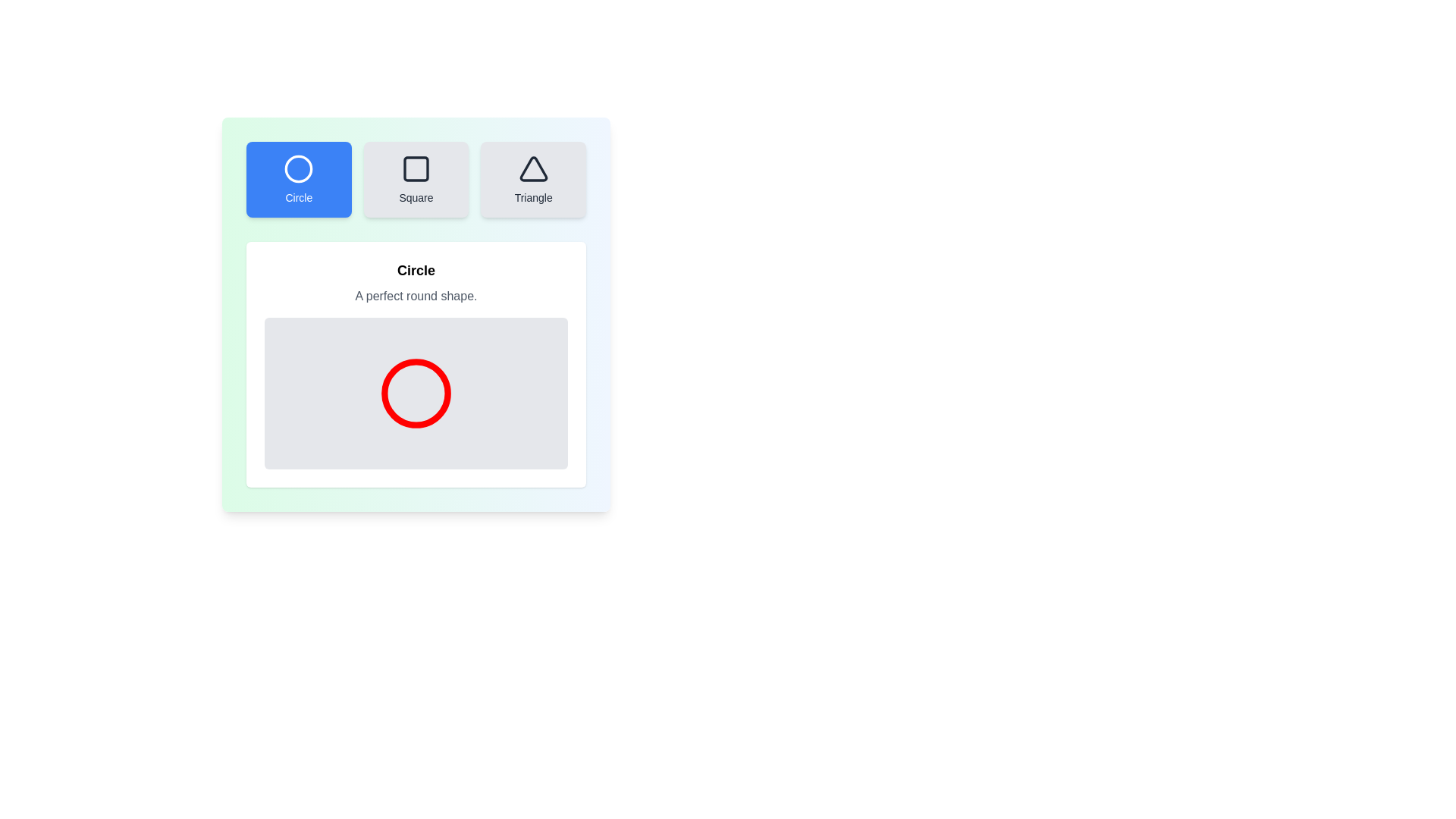 The image size is (1456, 819). Describe the element at coordinates (298, 178) in the screenshot. I see `the button corresponding to the shape Circle` at that location.